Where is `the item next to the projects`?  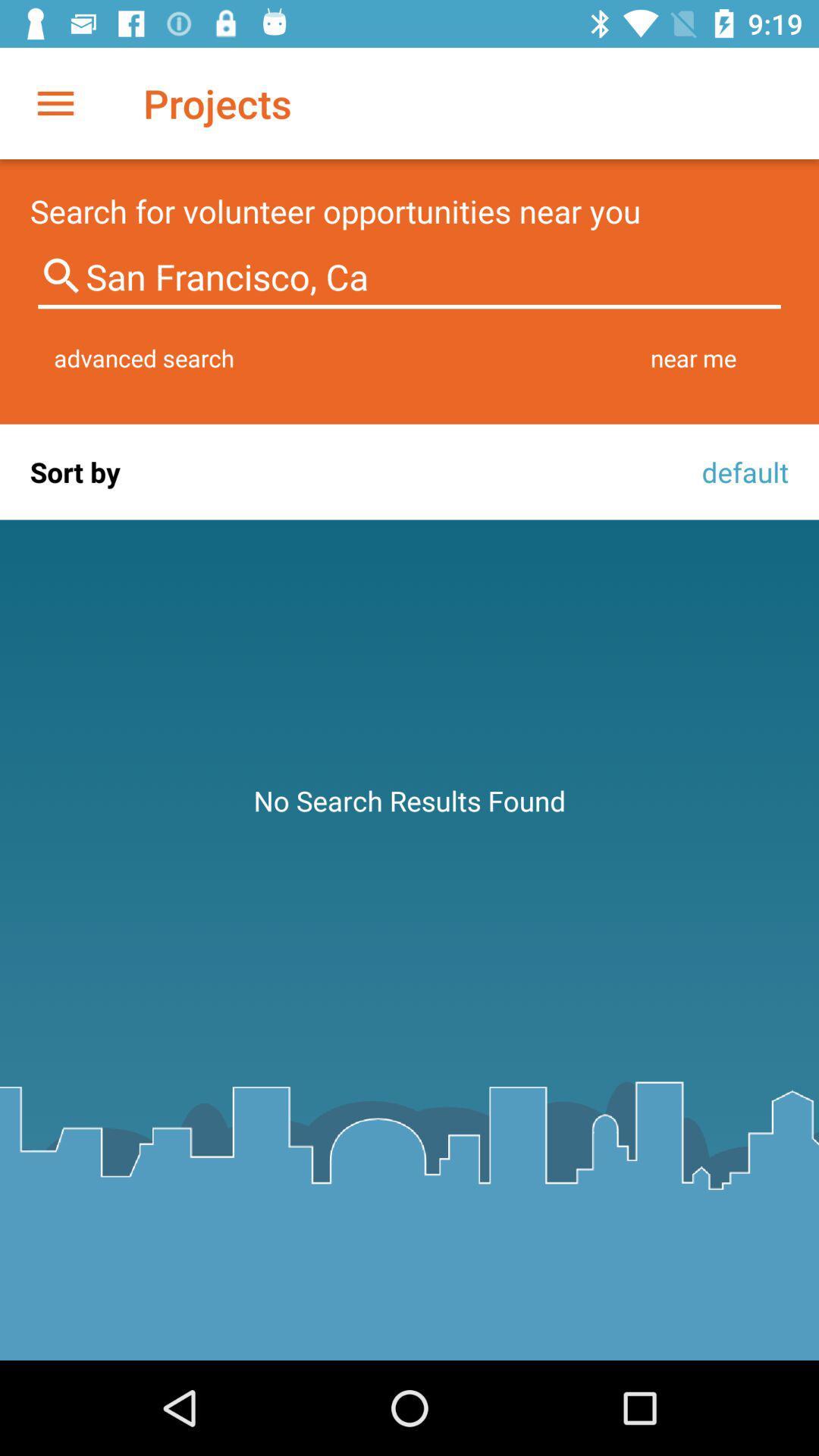
the item next to the projects is located at coordinates (55, 102).